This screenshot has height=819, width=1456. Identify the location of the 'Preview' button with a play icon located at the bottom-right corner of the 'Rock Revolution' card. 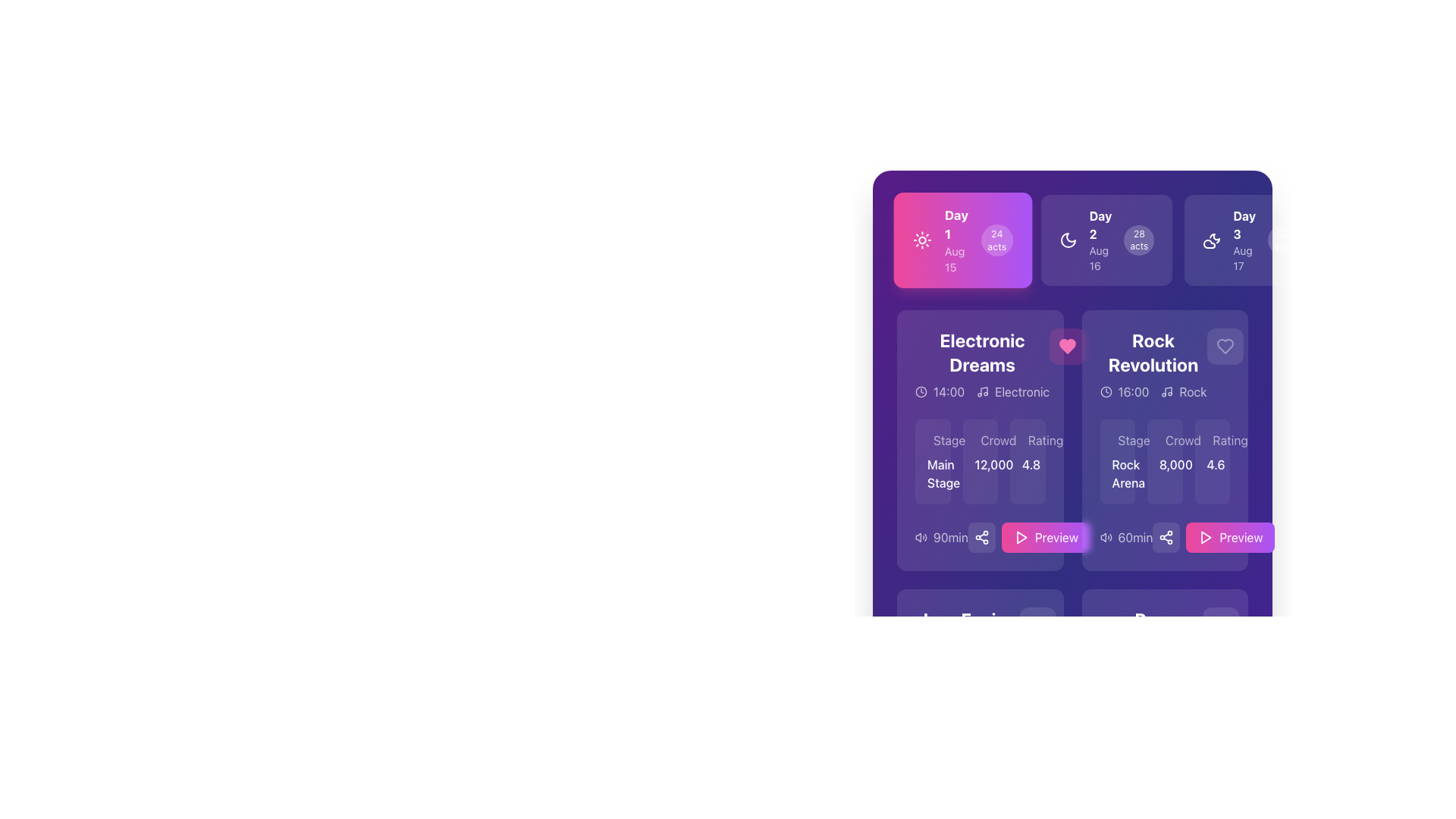
(1241, 537).